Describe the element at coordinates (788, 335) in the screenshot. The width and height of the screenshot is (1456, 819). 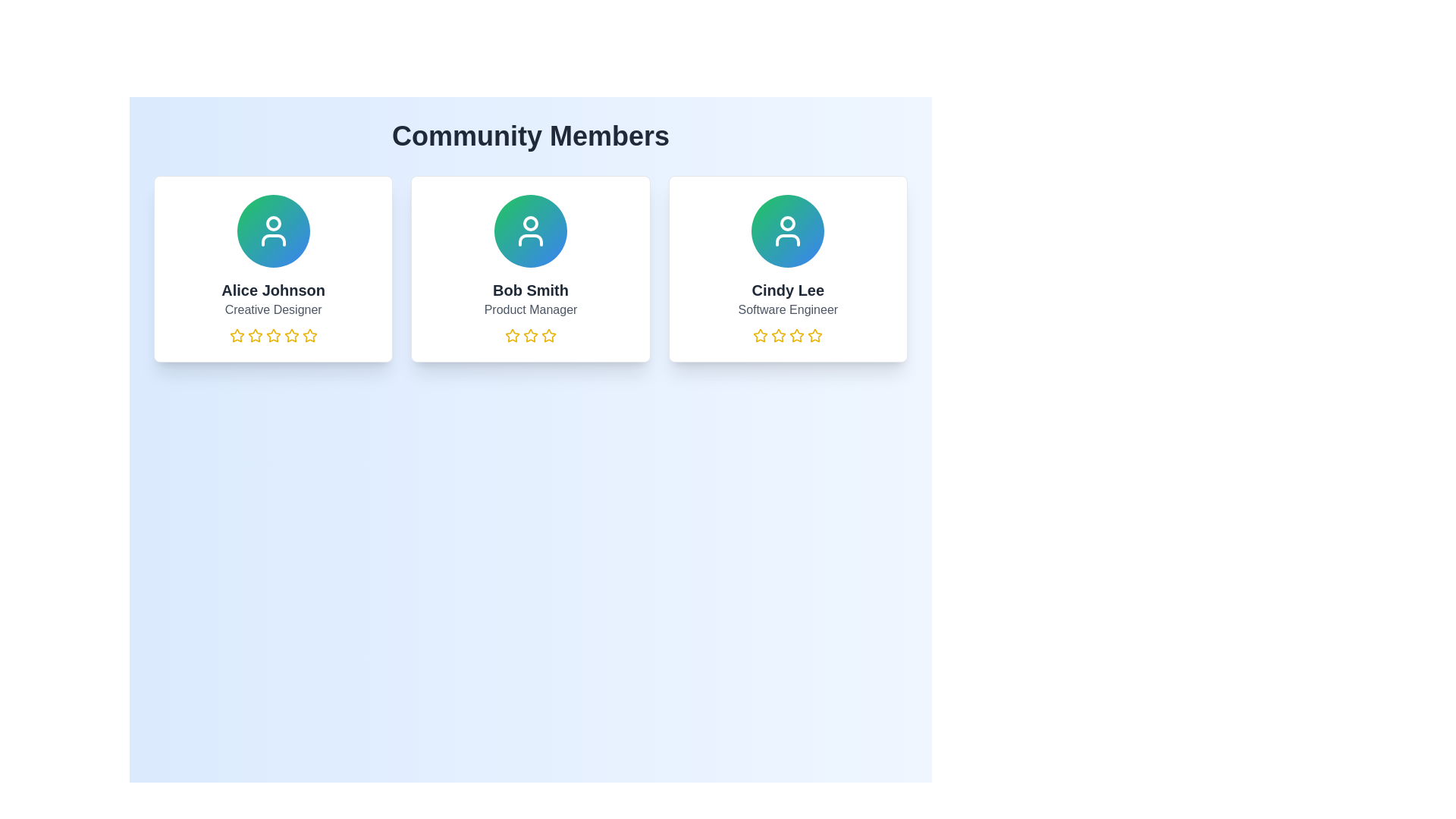
I see `the static star rating widget located below the text describing 'Cindy Lee', a Software Engineer, in the bottom section of her profile card` at that location.